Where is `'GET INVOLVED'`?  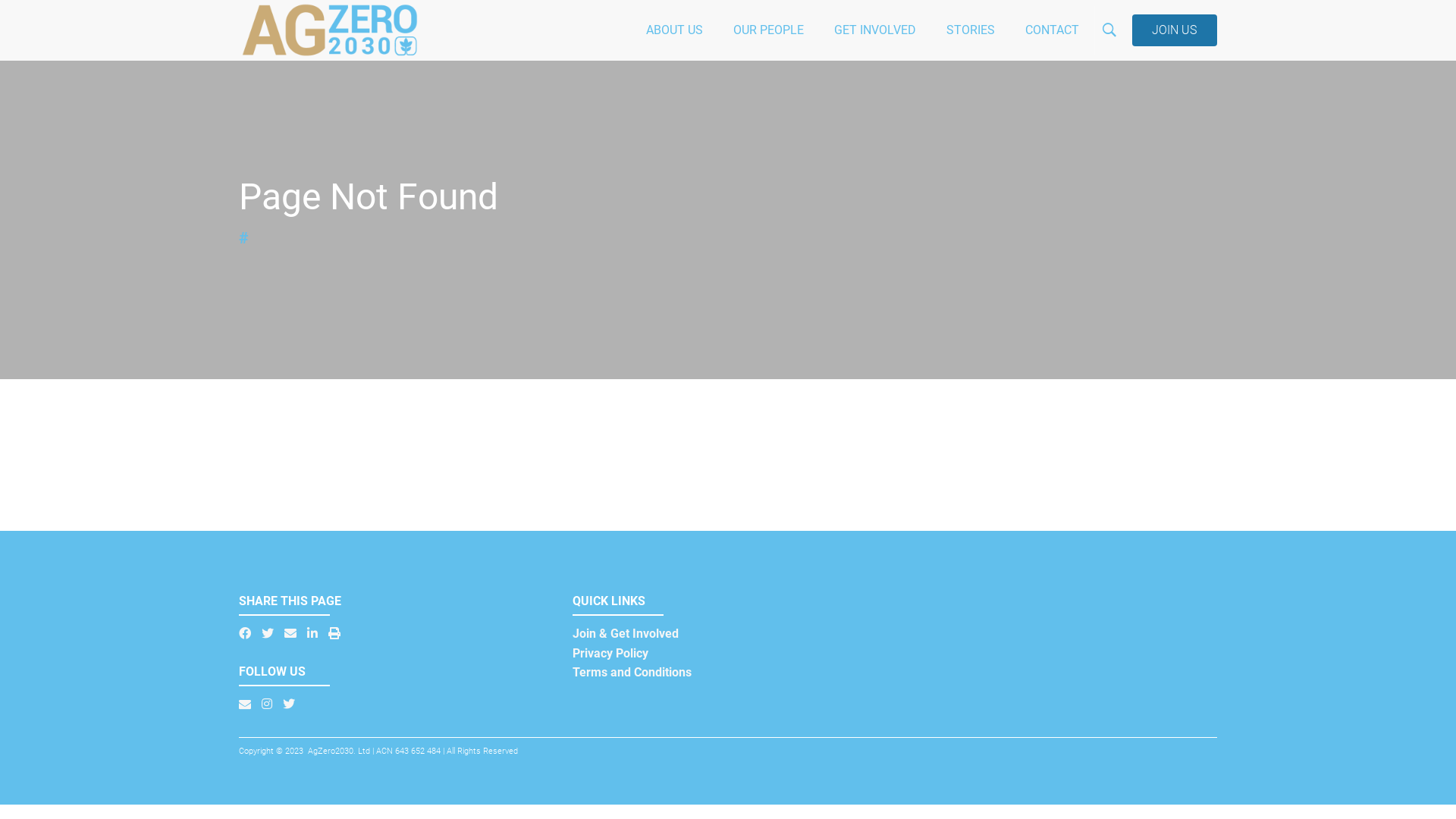
'GET INVOLVED' is located at coordinates (818, 30).